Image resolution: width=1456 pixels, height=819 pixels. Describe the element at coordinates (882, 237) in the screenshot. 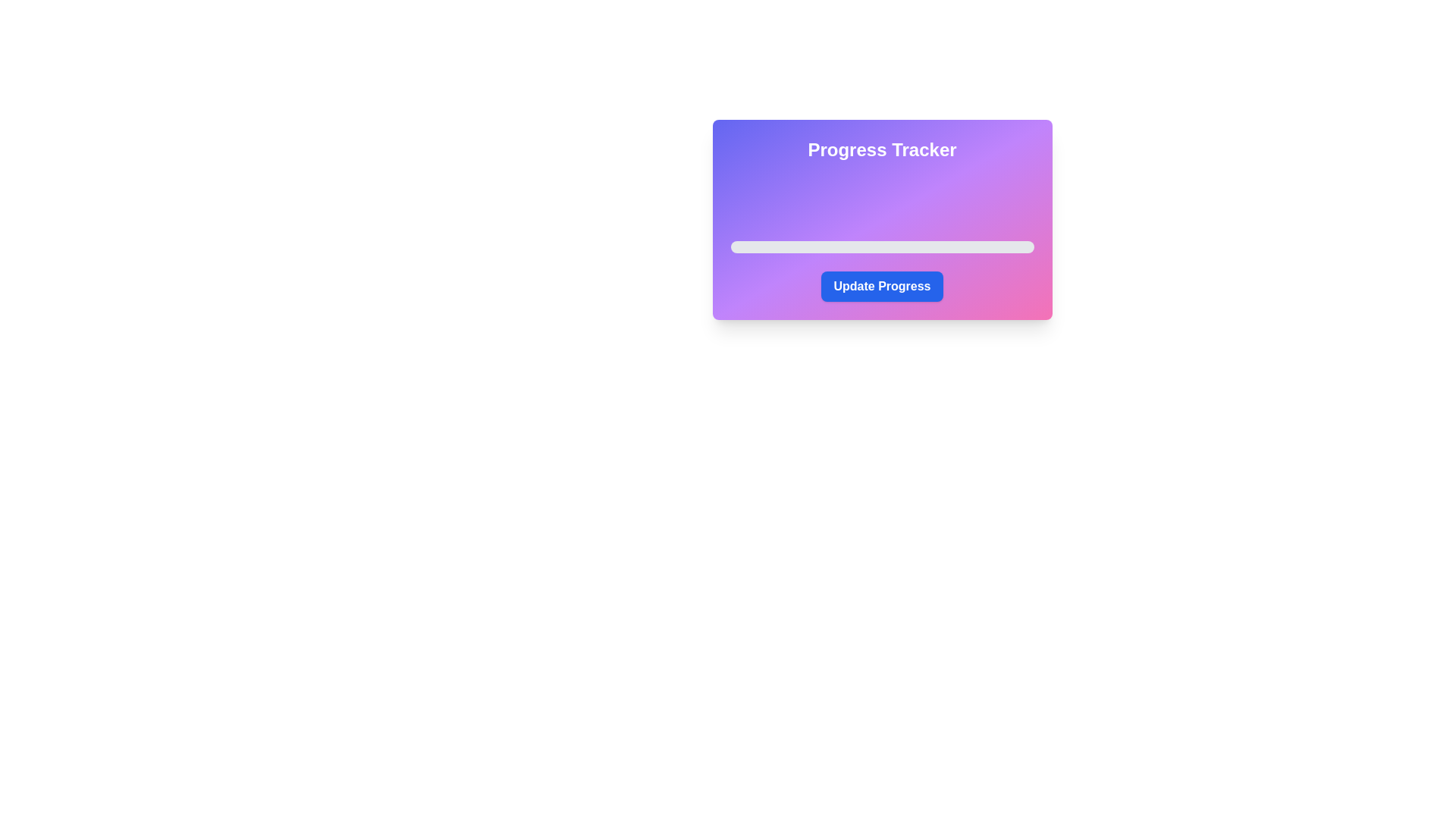

I see `the progress bar which visually represents completion percentage and is located below the circular icon within the 'Progress Tracker' card` at that location.